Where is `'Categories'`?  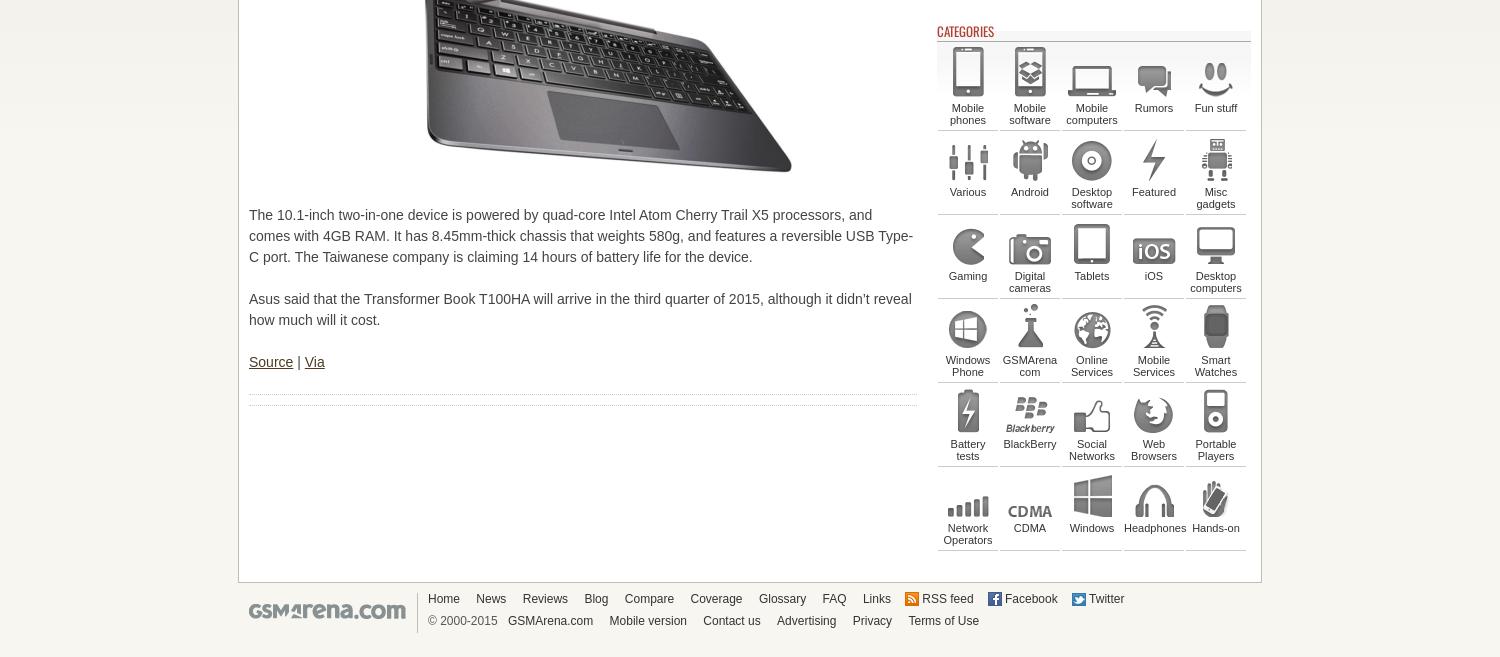 'Categories' is located at coordinates (964, 31).